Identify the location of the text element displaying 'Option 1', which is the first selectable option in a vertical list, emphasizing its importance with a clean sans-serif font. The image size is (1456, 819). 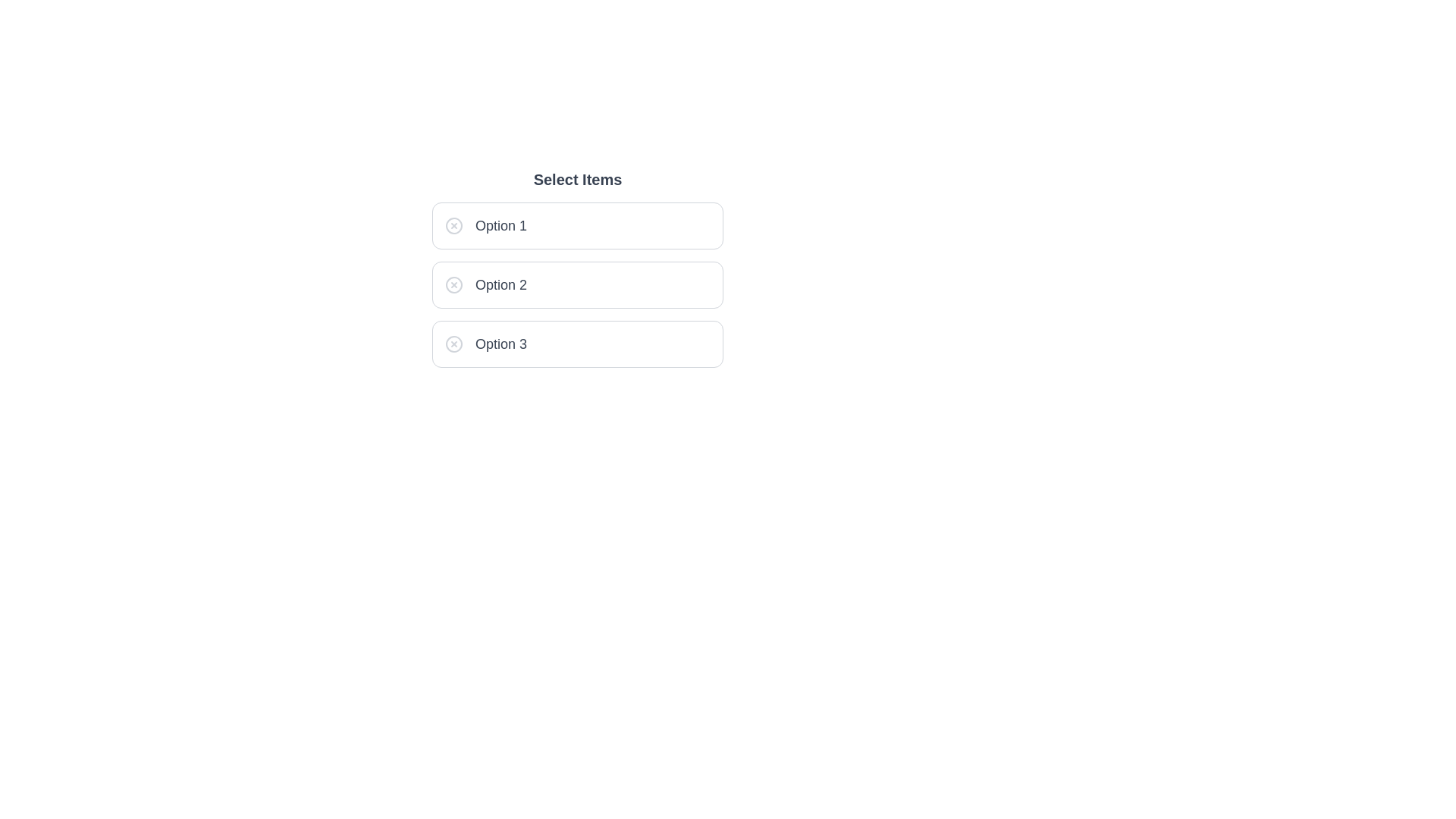
(501, 225).